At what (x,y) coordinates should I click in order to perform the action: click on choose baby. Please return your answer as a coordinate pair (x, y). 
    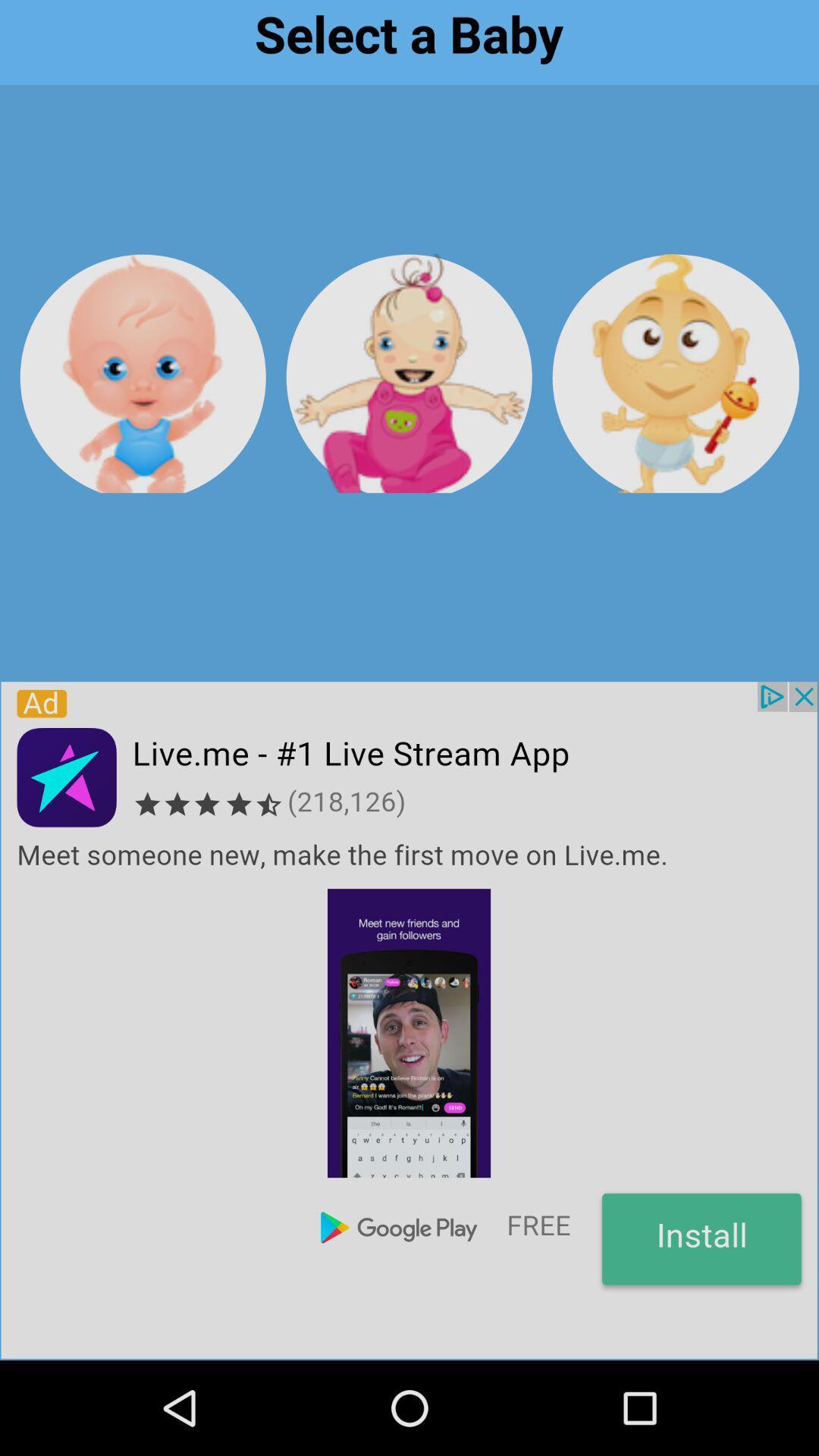
    Looking at the image, I should click on (408, 373).